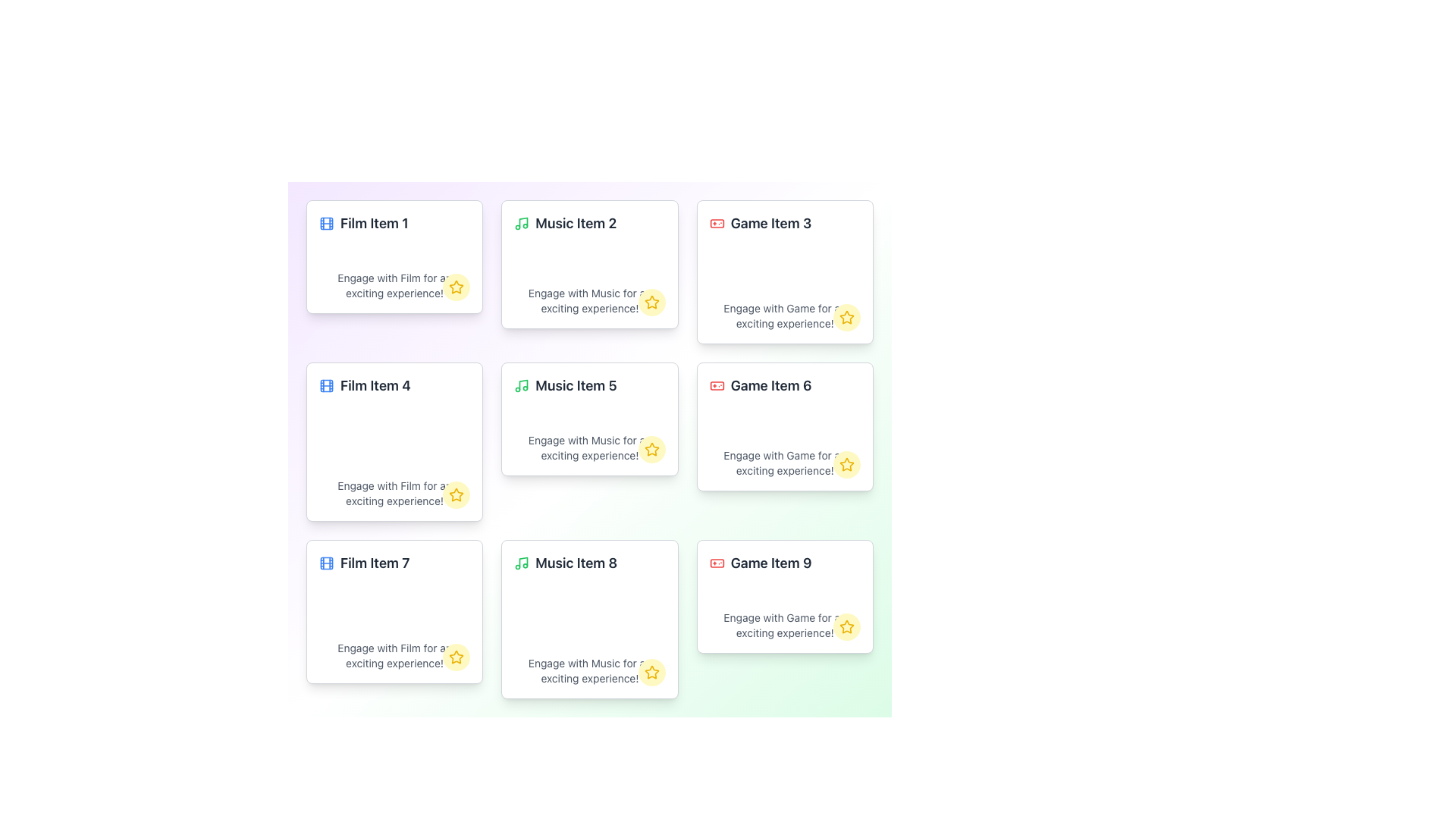 Image resolution: width=1456 pixels, height=819 pixels. What do you see at coordinates (375, 385) in the screenshot?
I see `the static text element labeled 'Film Item 4', which is styled in bold and large font, located in the second card of the first column in a 3x3 grid` at bounding box center [375, 385].